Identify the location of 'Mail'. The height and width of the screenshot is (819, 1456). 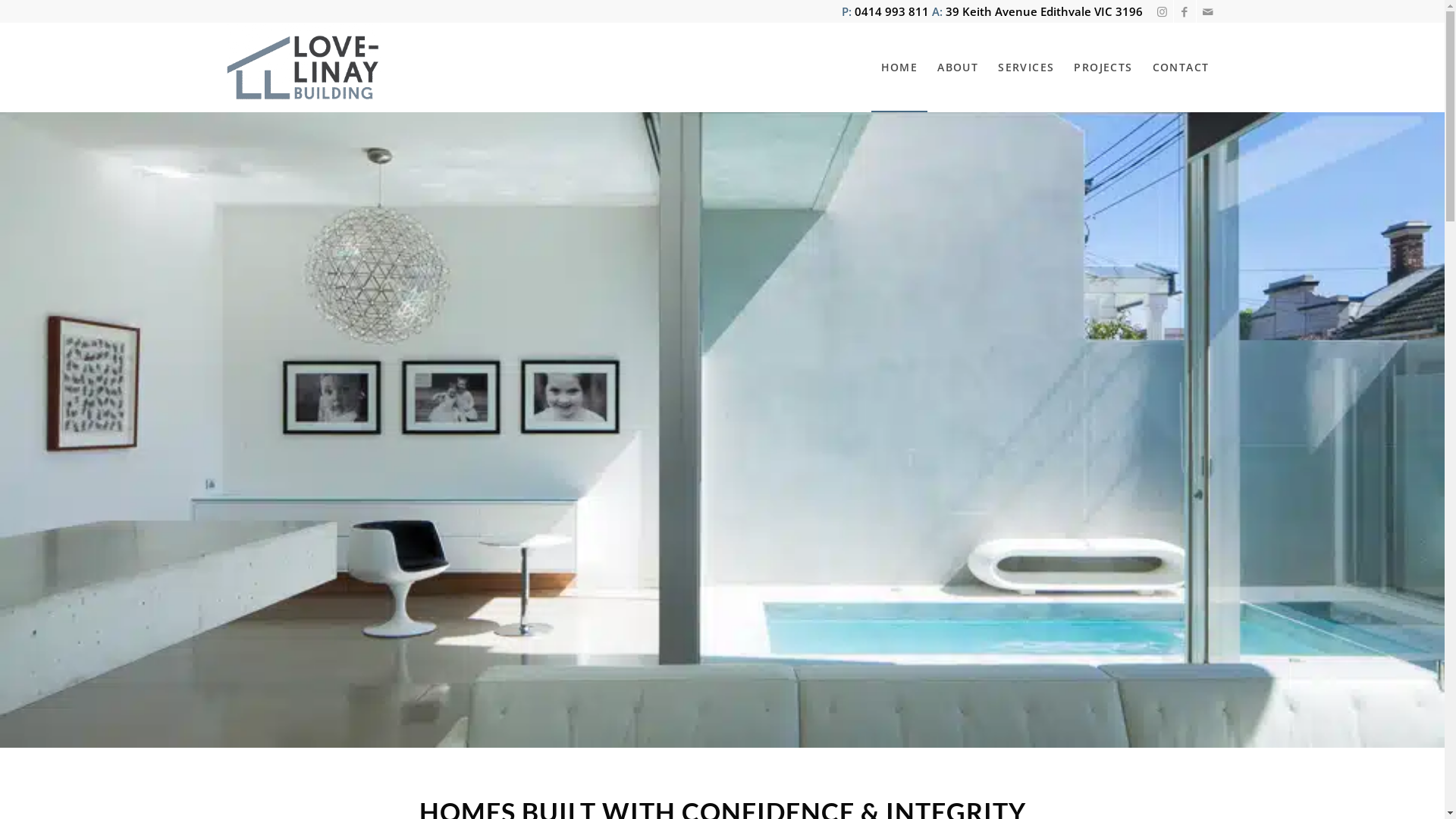
(1196, 11).